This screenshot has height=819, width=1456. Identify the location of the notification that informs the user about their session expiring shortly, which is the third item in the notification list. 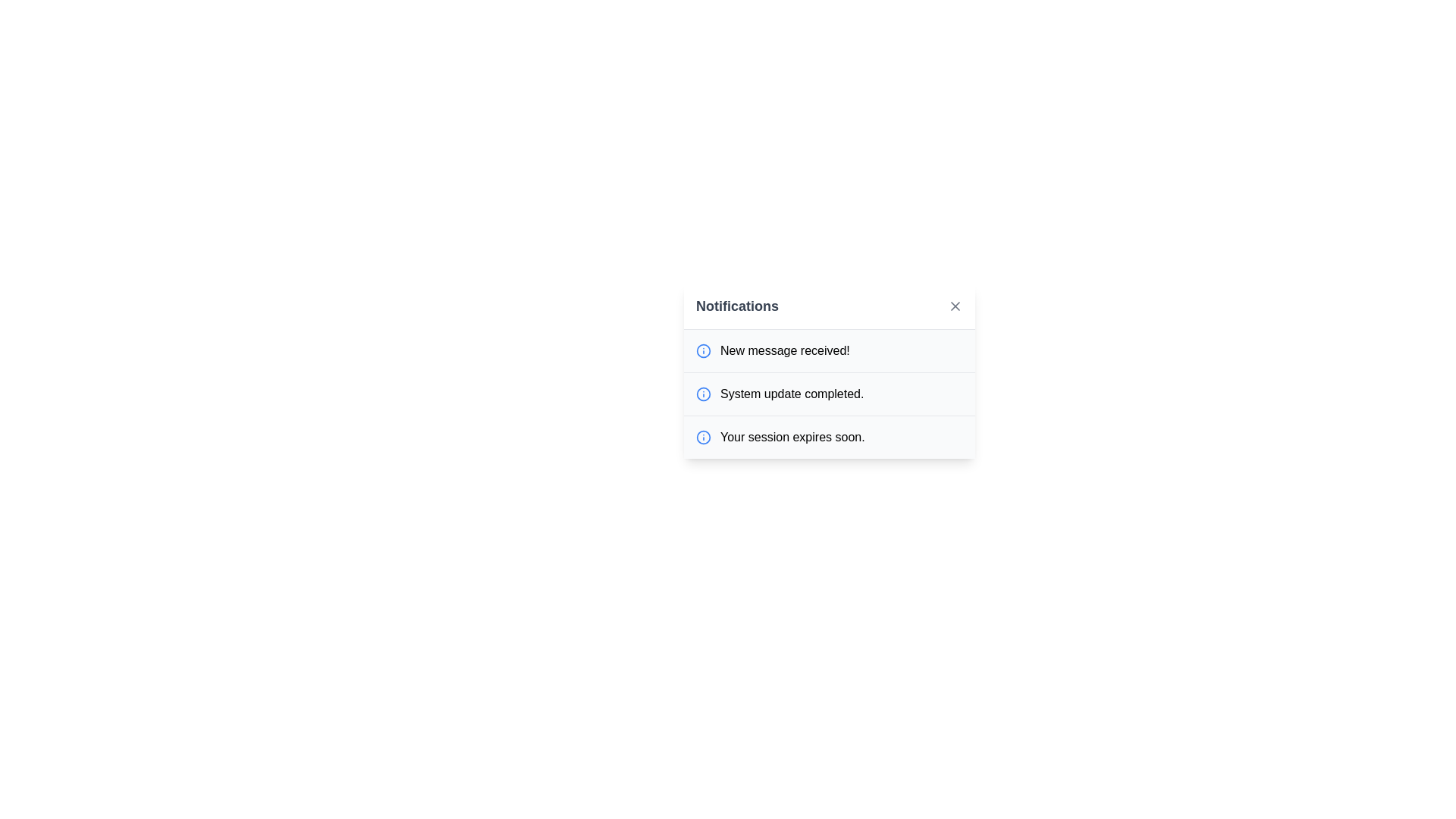
(780, 438).